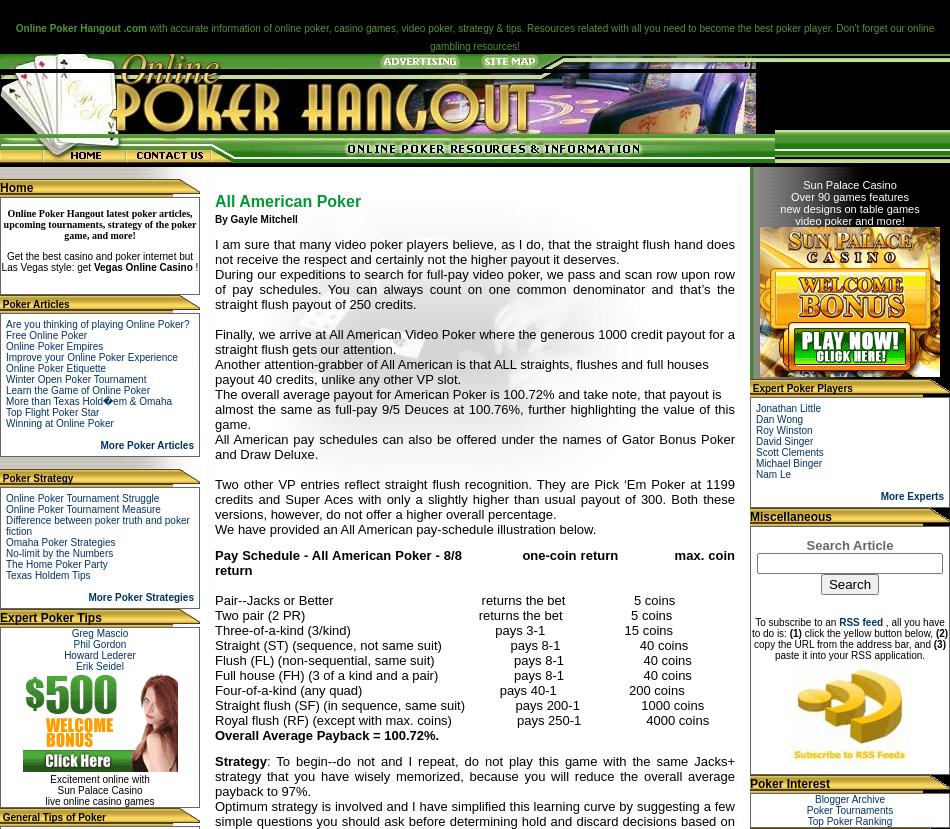  I want to click on 'To subscribe to an', so click(753, 622).